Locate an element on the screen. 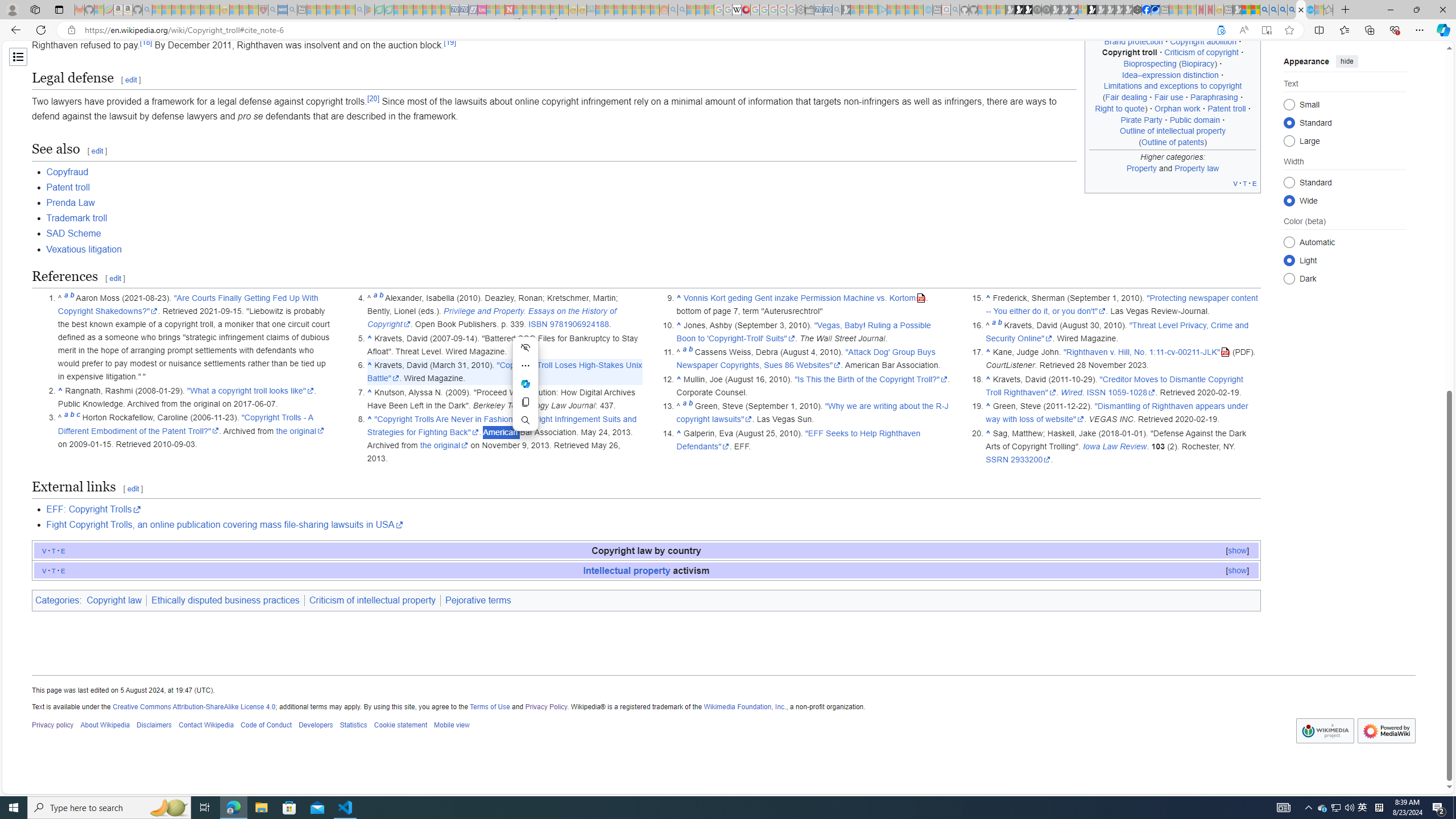  'Local - MSN - Sleeping' is located at coordinates (253, 9).